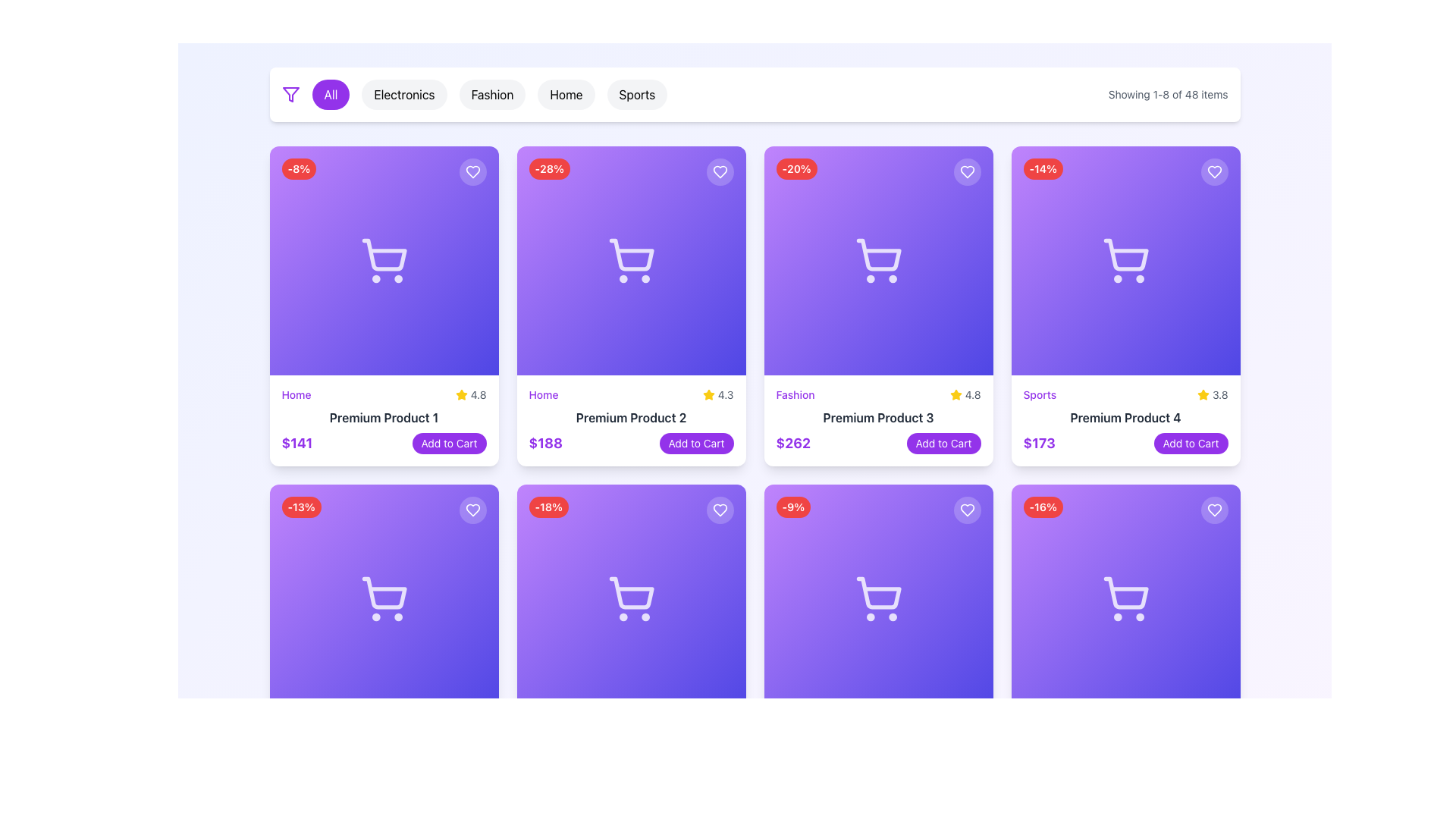 Image resolution: width=1456 pixels, height=819 pixels. I want to click on the Text Label with Icon displaying the rating '3.8' located in the bottom-right corner of the 'Sports' card, immediately to the right of the star icon, so click(1212, 394).